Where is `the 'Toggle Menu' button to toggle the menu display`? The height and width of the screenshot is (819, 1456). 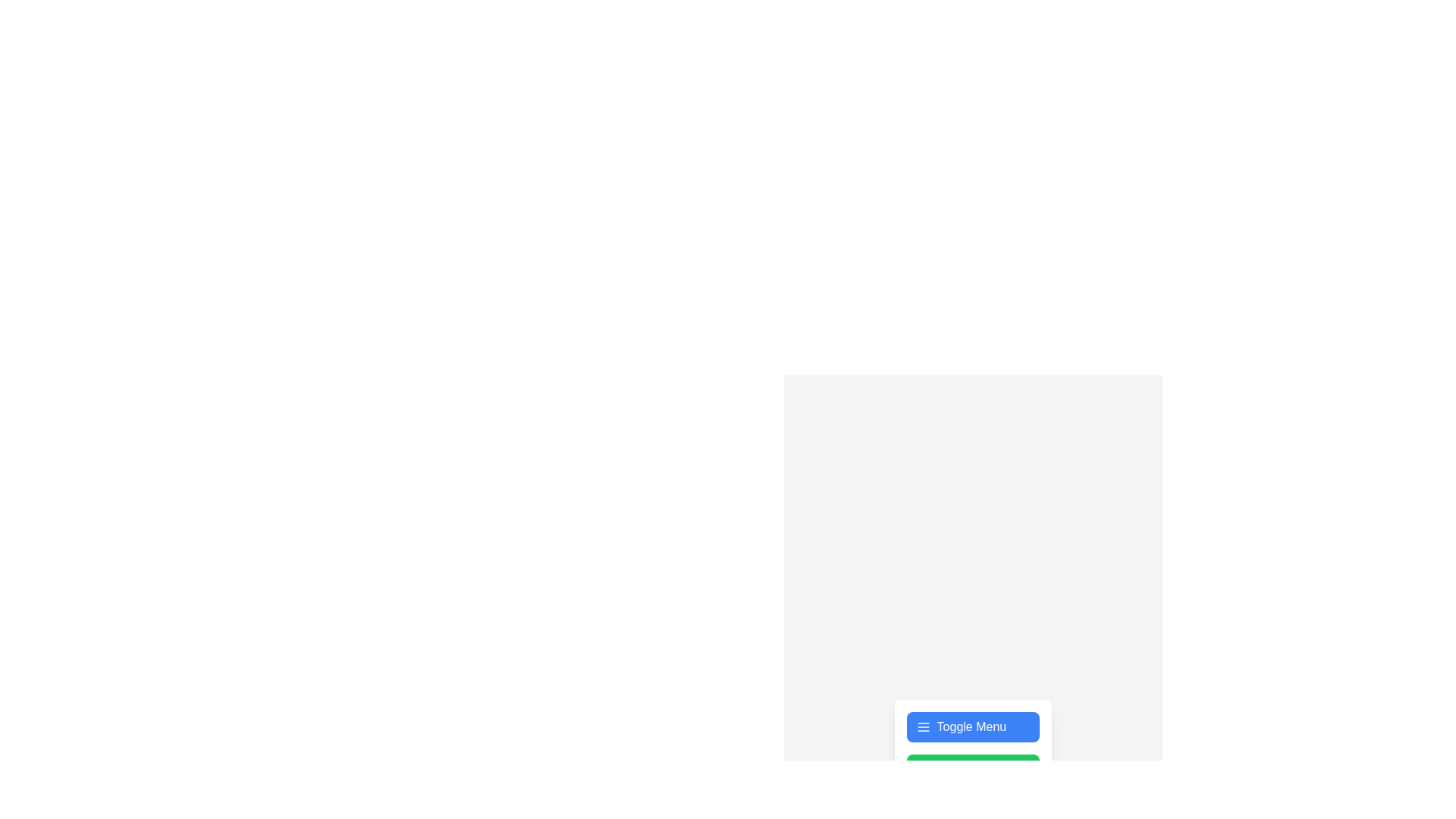 the 'Toggle Menu' button to toggle the menu display is located at coordinates (973, 726).